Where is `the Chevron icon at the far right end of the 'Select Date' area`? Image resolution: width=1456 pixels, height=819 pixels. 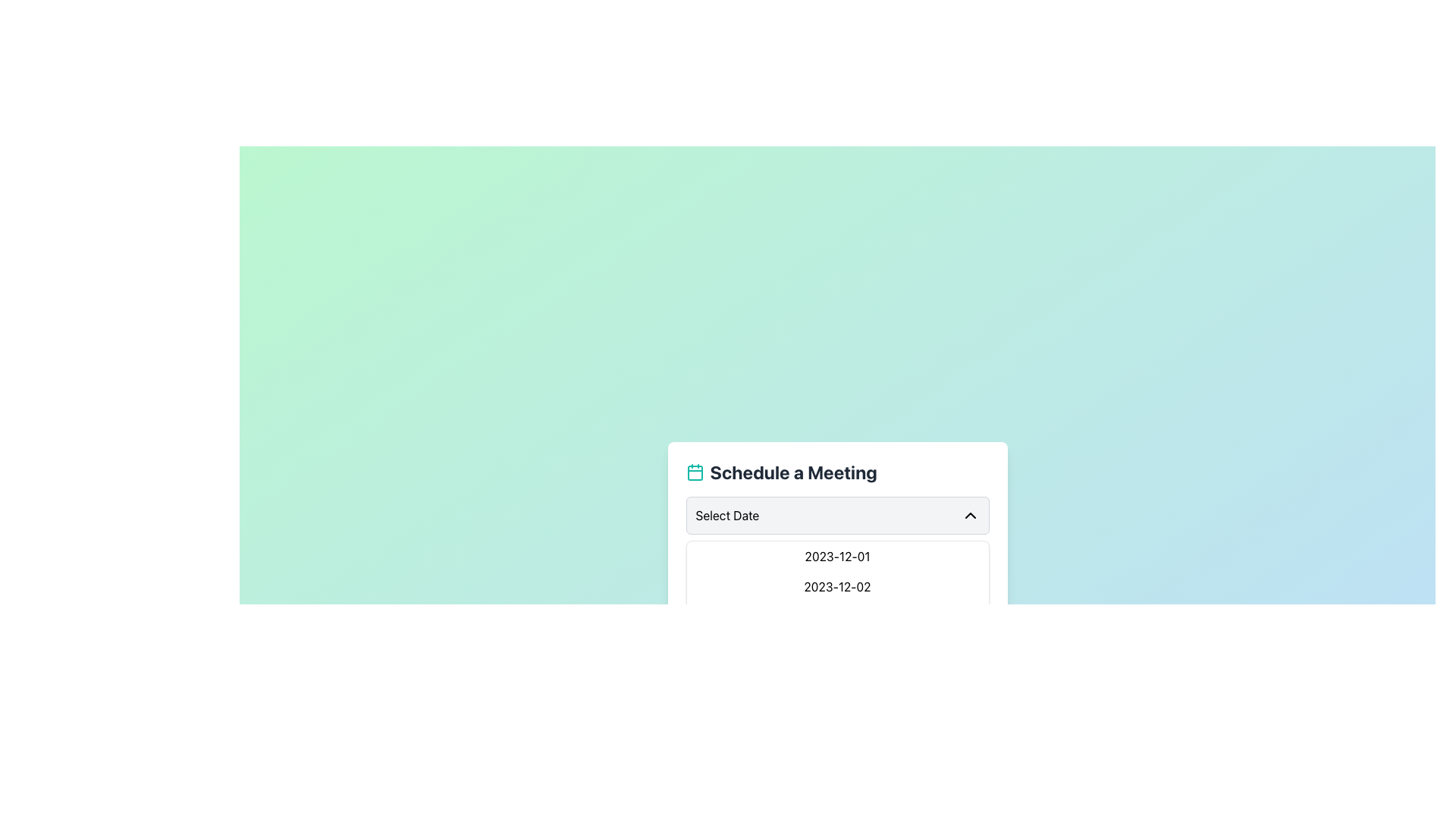 the Chevron icon at the far right end of the 'Select Date' area is located at coordinates (969, 514).